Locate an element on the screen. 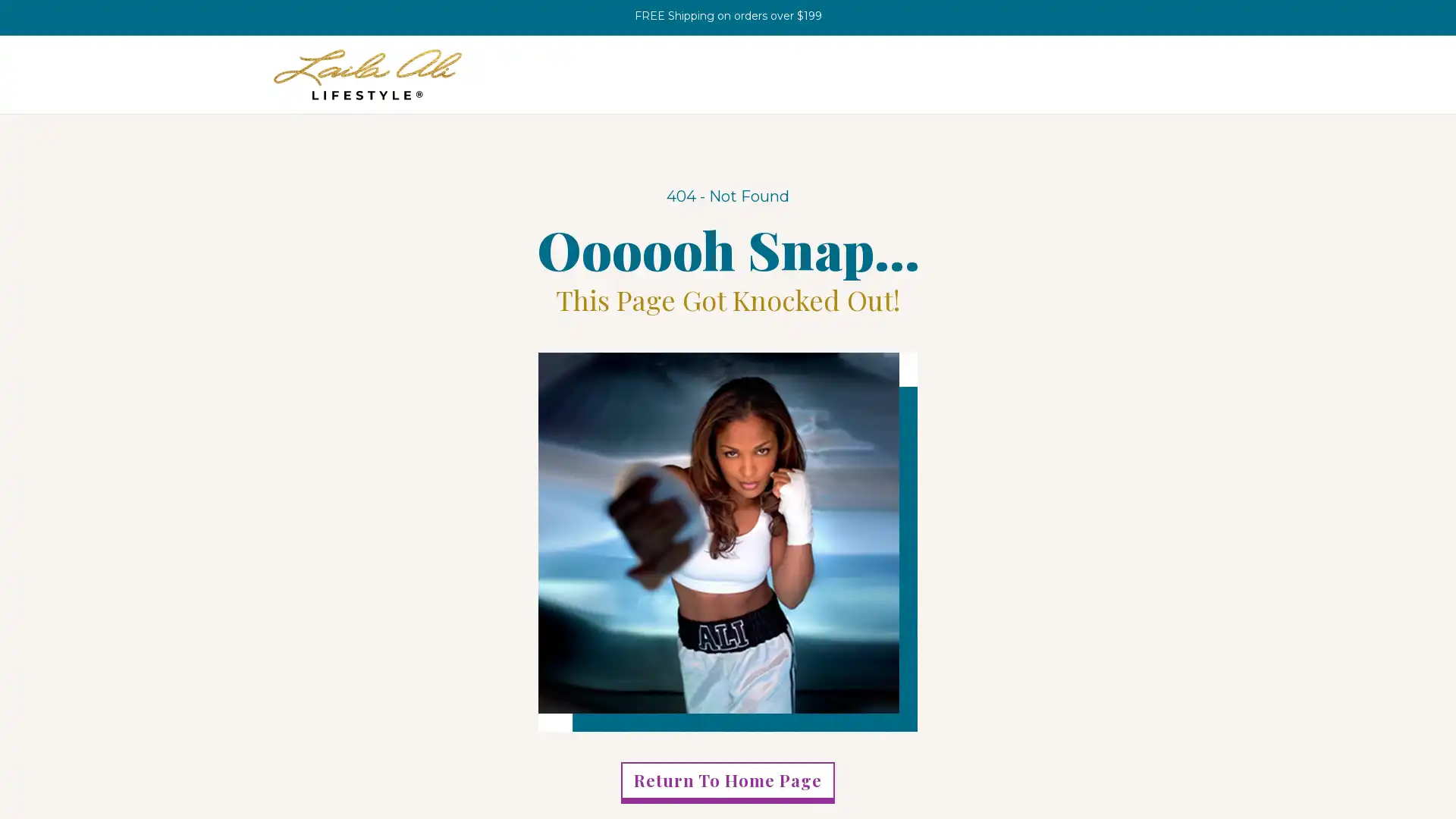 Image resolution: width=1456 pixels, height=819 pixels. Return To Home Page is located at coordinates (728, 782).